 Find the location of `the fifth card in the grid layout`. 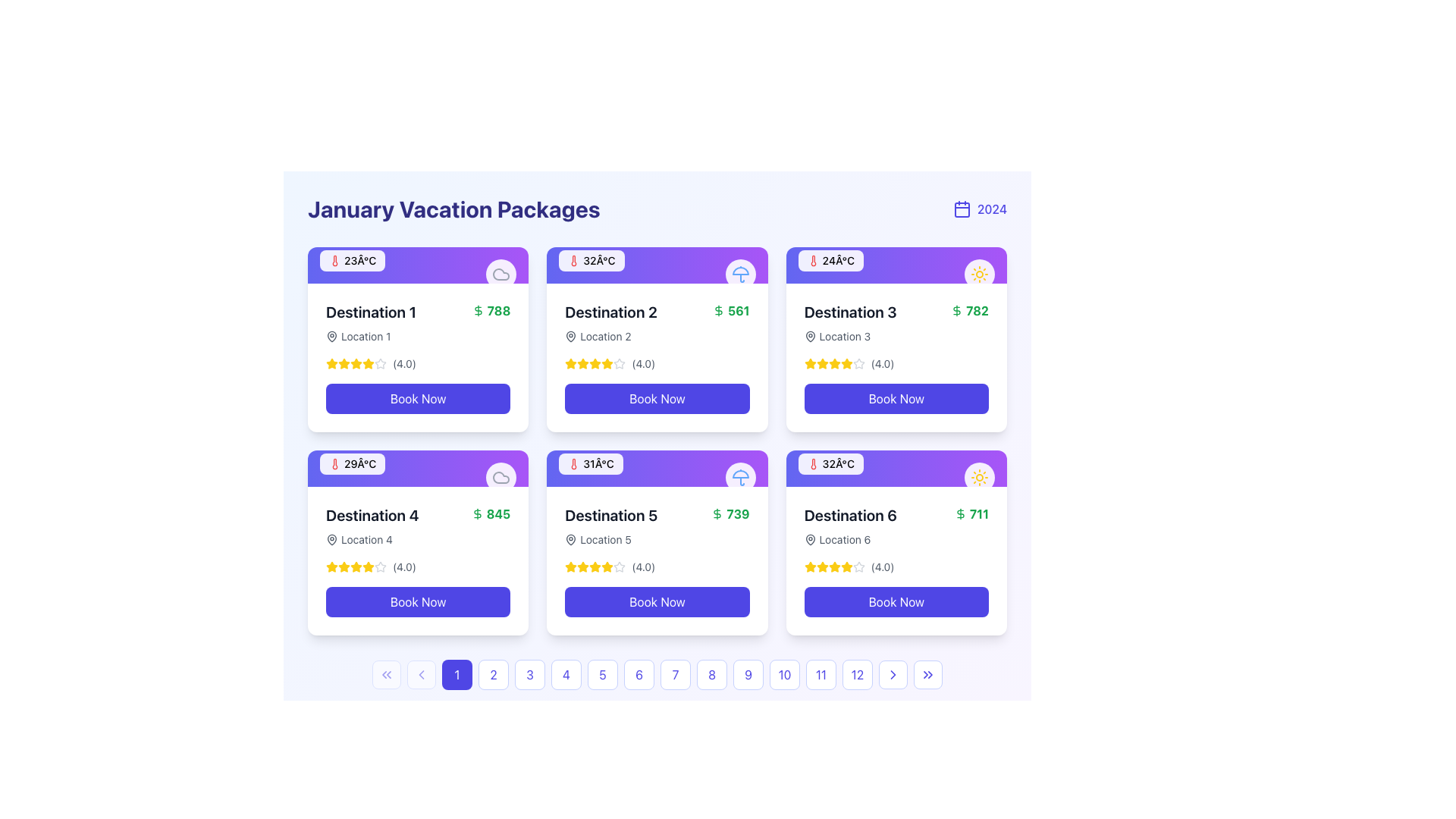

the fifth card in the grid layout is located at coordinates (657, 542).